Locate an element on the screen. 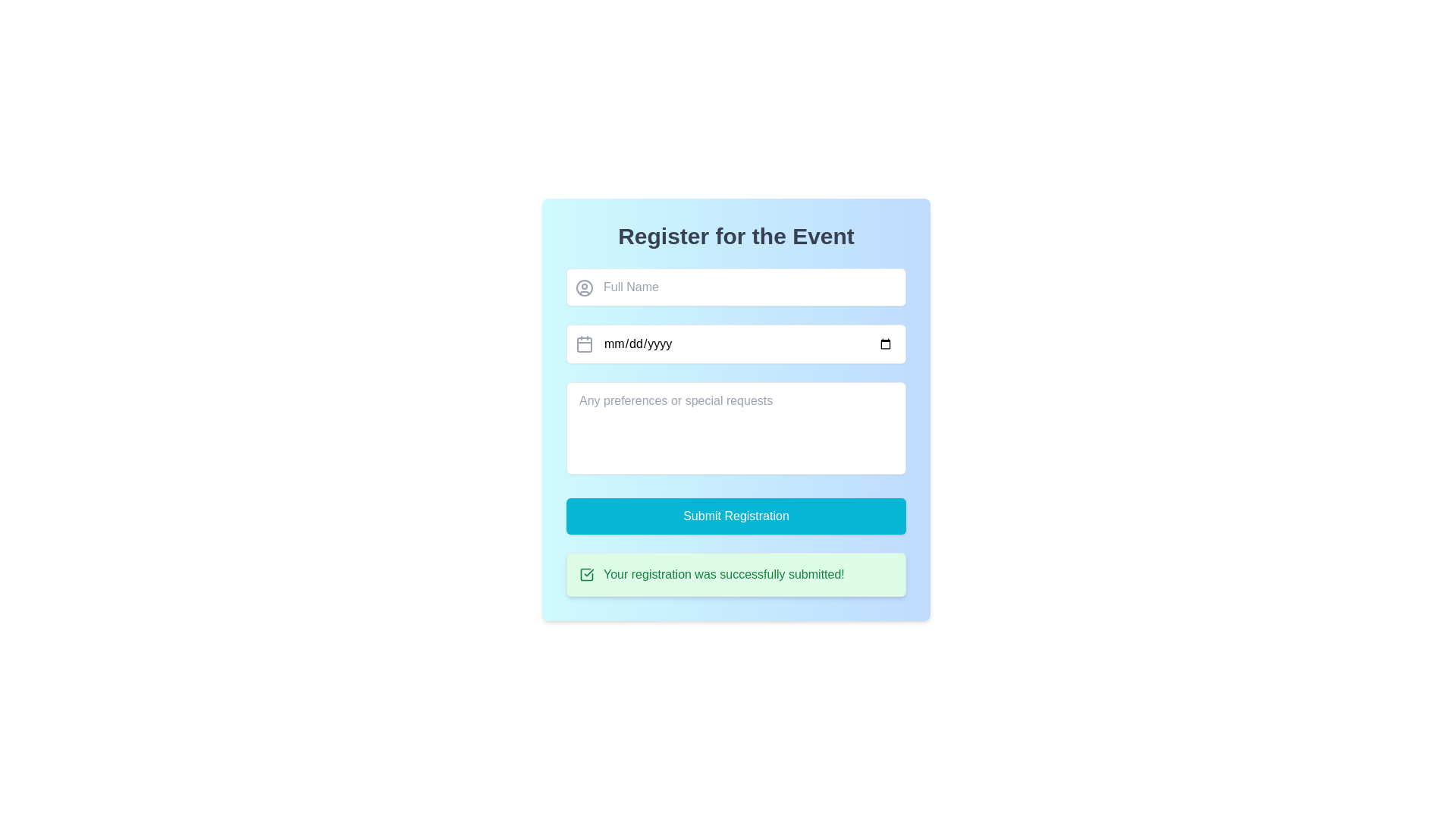  the calendar icon located on the left side of the date input field, which has a minimalistic design with a square outline and gray coloring is located at coordinates (584, 344).